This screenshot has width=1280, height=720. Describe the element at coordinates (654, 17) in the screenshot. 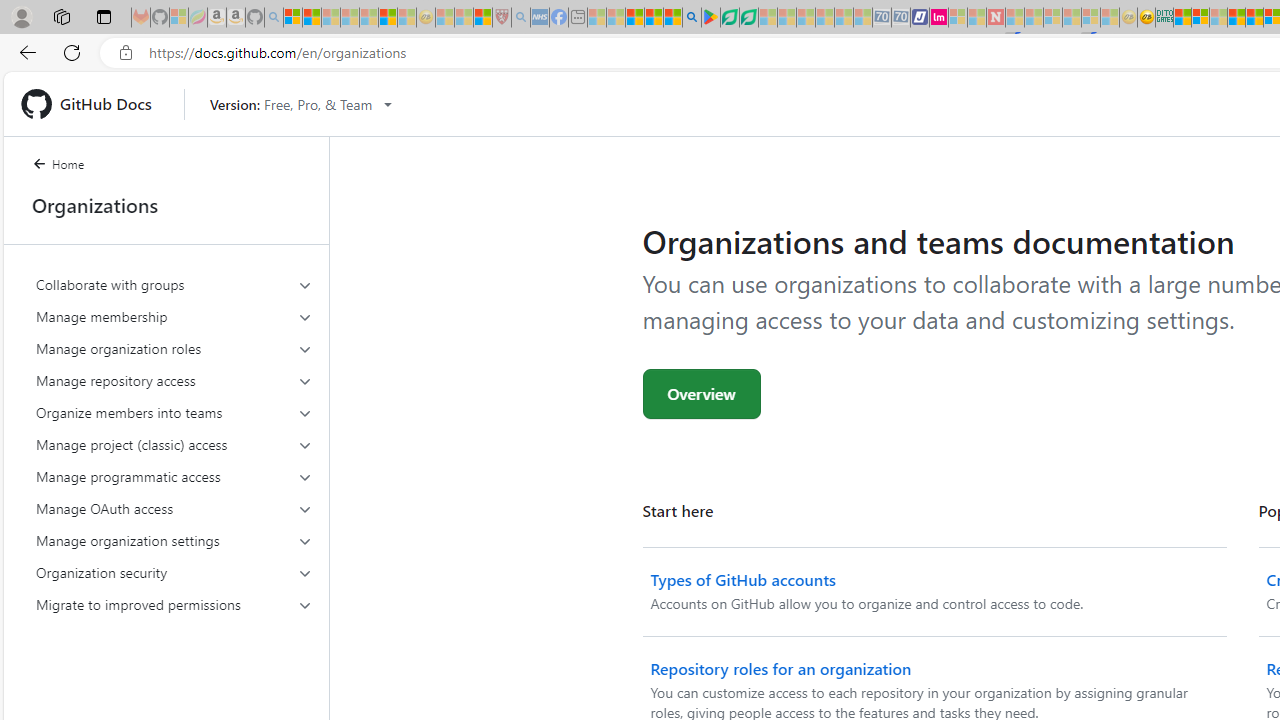

I see `'Pets - MSN'` at that location.